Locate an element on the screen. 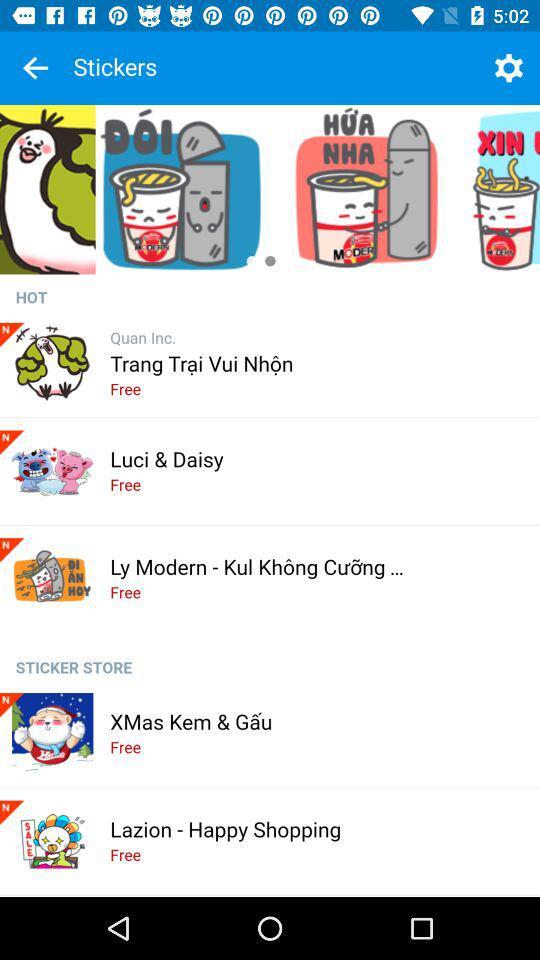 The image size is (540, 960). configurations is located at coordinates (508, 68).